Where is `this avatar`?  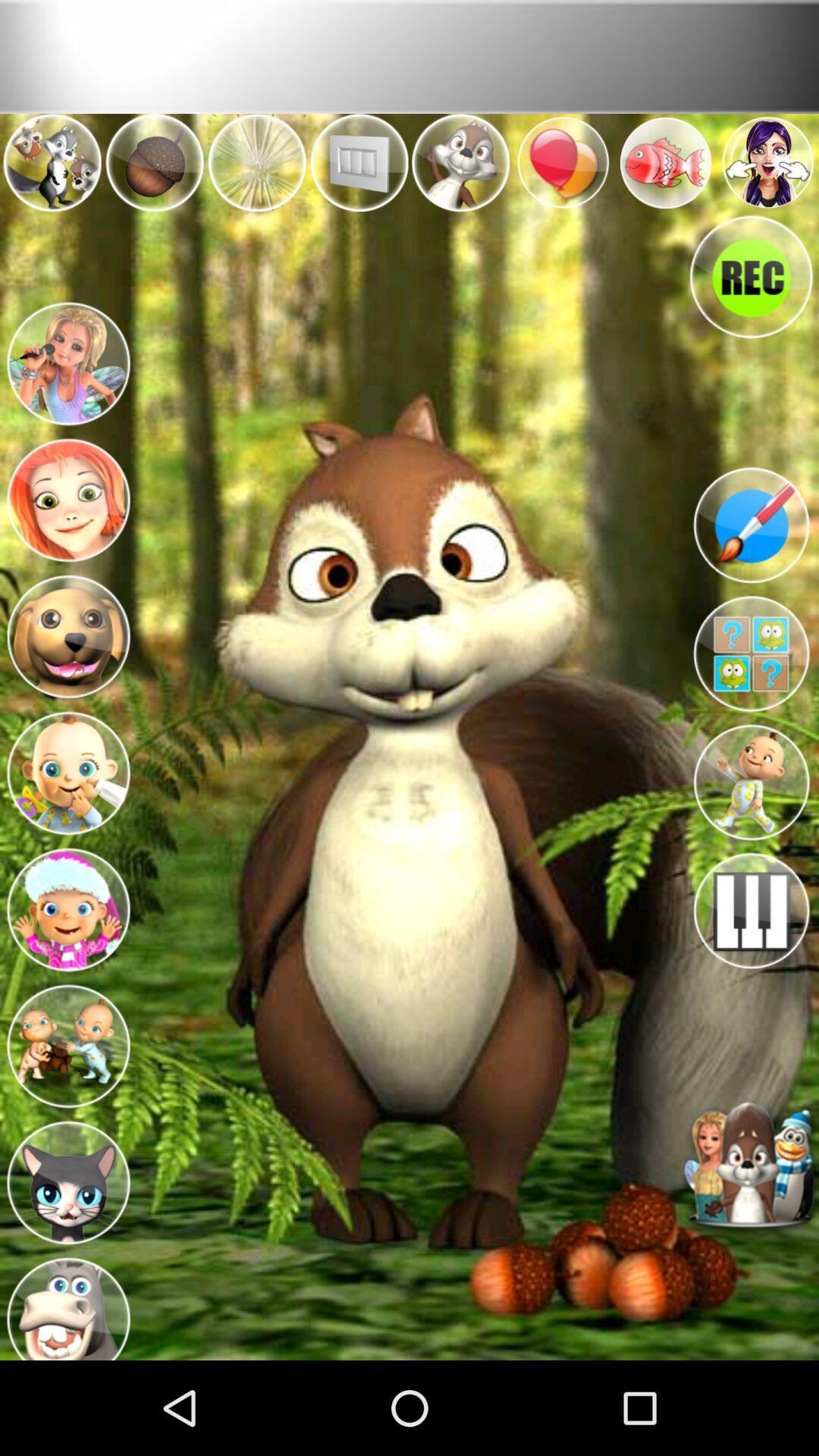 this avatar is located at coordinates (751, 783).